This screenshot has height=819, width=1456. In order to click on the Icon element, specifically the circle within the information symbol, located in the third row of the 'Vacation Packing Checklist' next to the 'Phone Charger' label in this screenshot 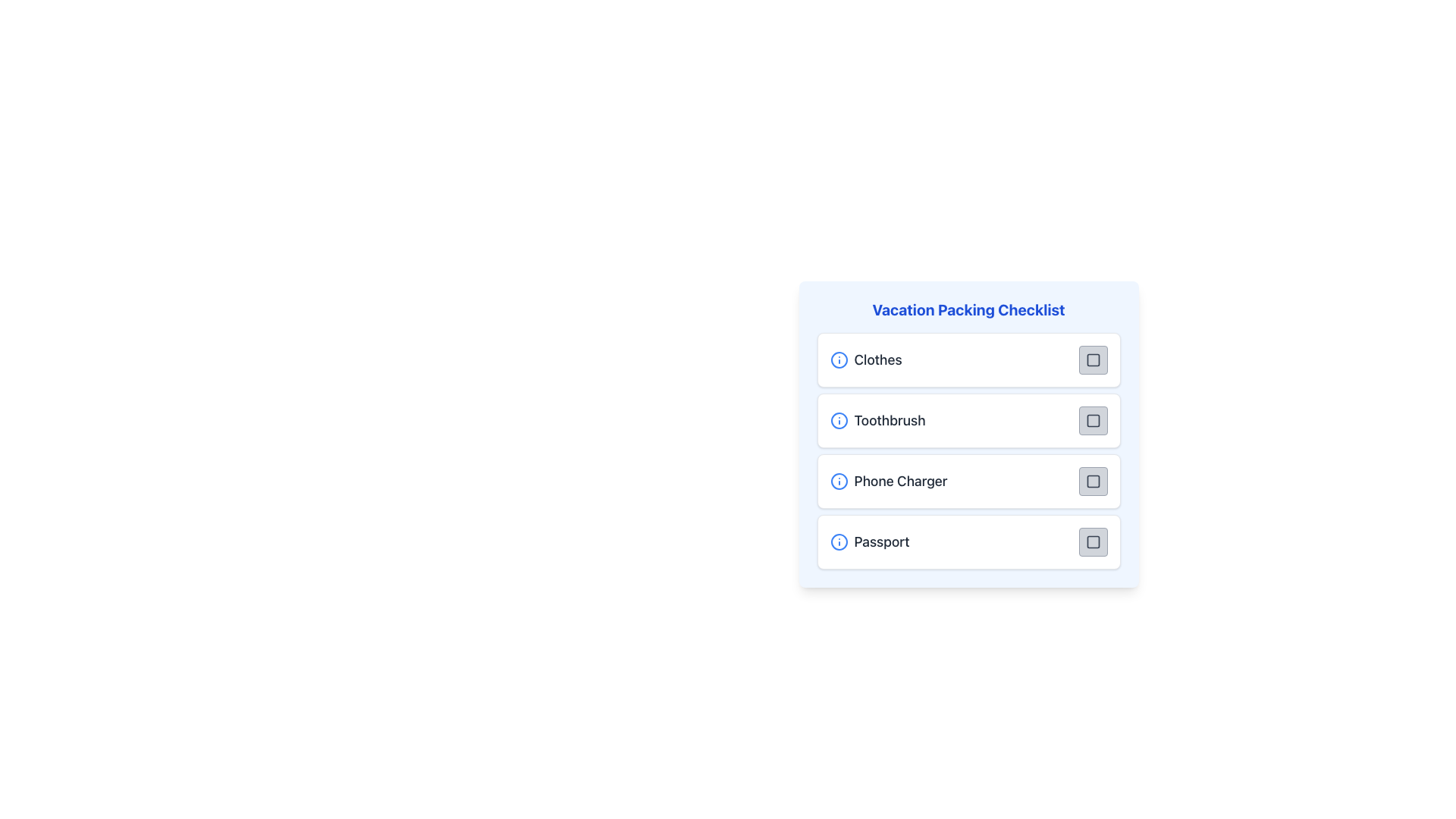, I will do `click(838, 482)`.